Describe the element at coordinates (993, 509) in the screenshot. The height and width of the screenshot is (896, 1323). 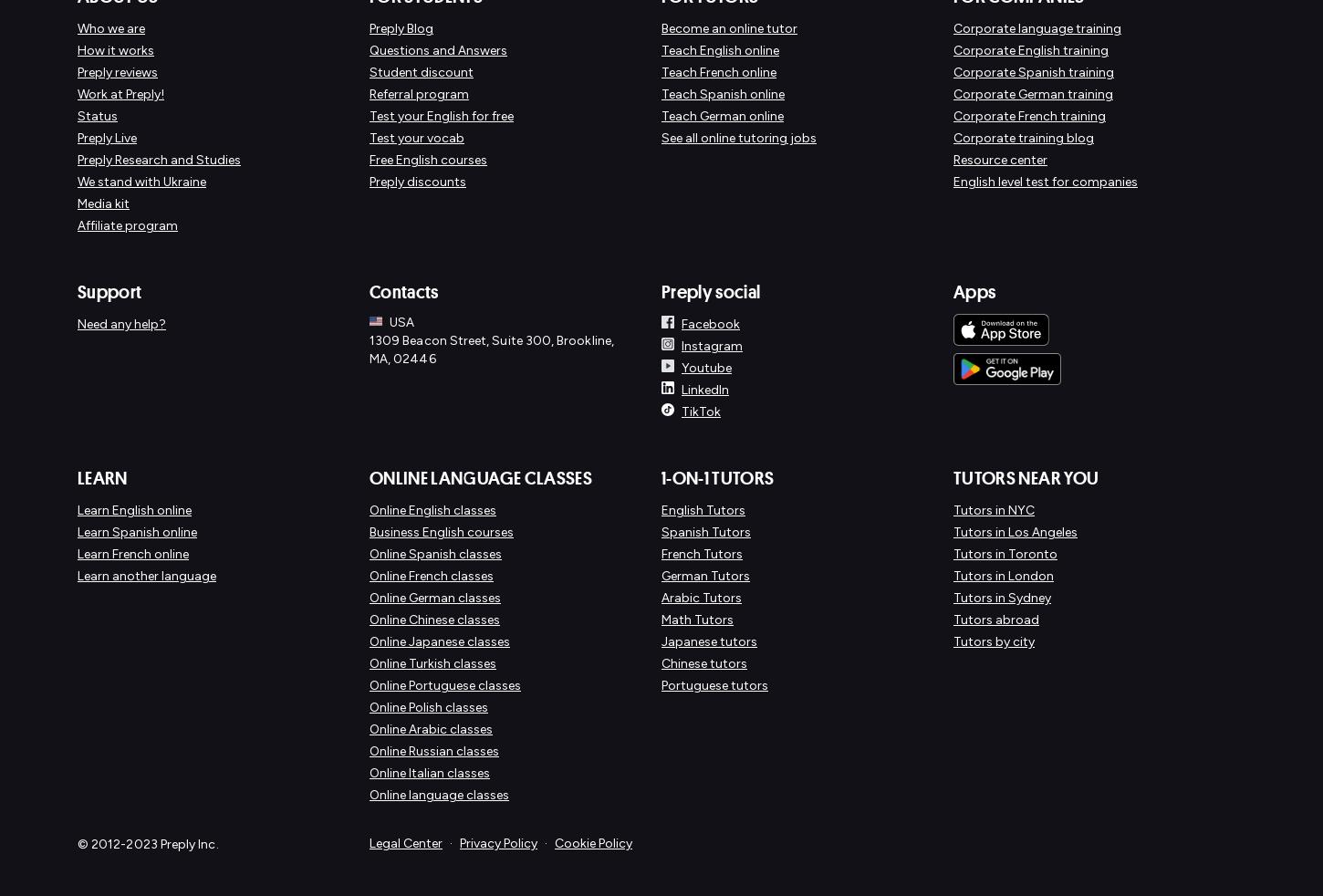
I see `'Tutors in NYC'` at that location.